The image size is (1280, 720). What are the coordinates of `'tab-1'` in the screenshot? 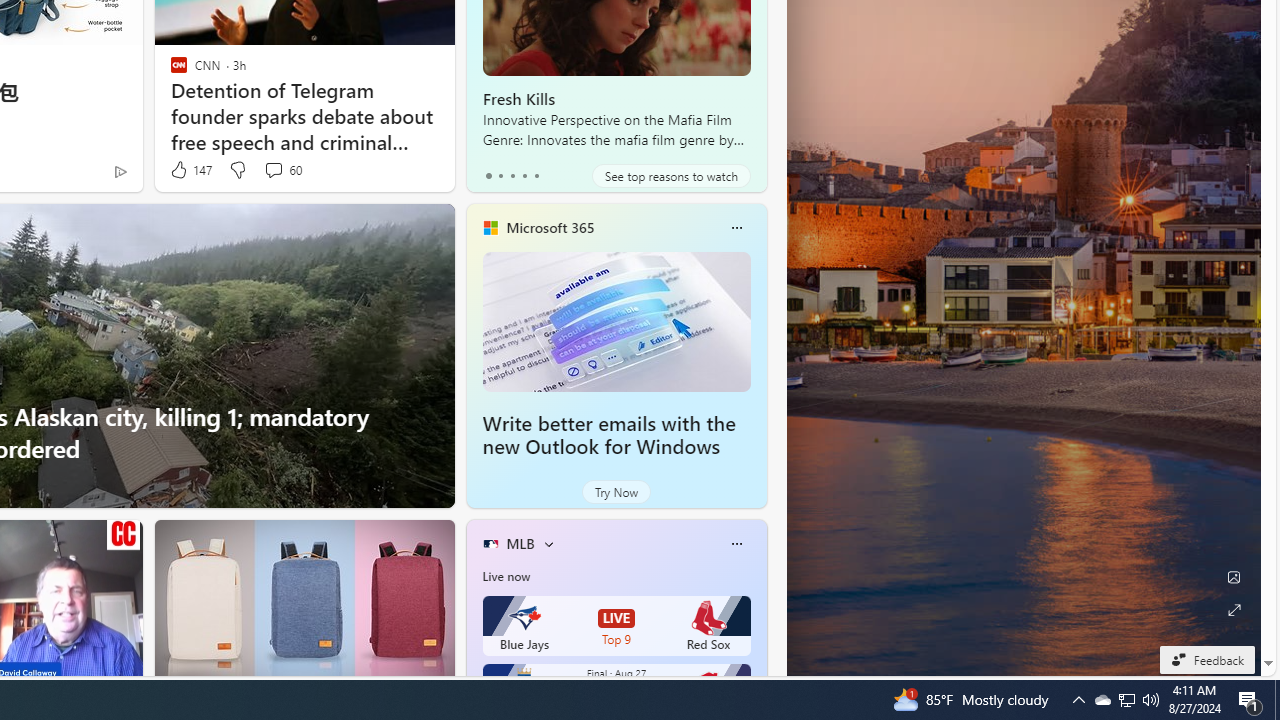 It's located at (500, 175).